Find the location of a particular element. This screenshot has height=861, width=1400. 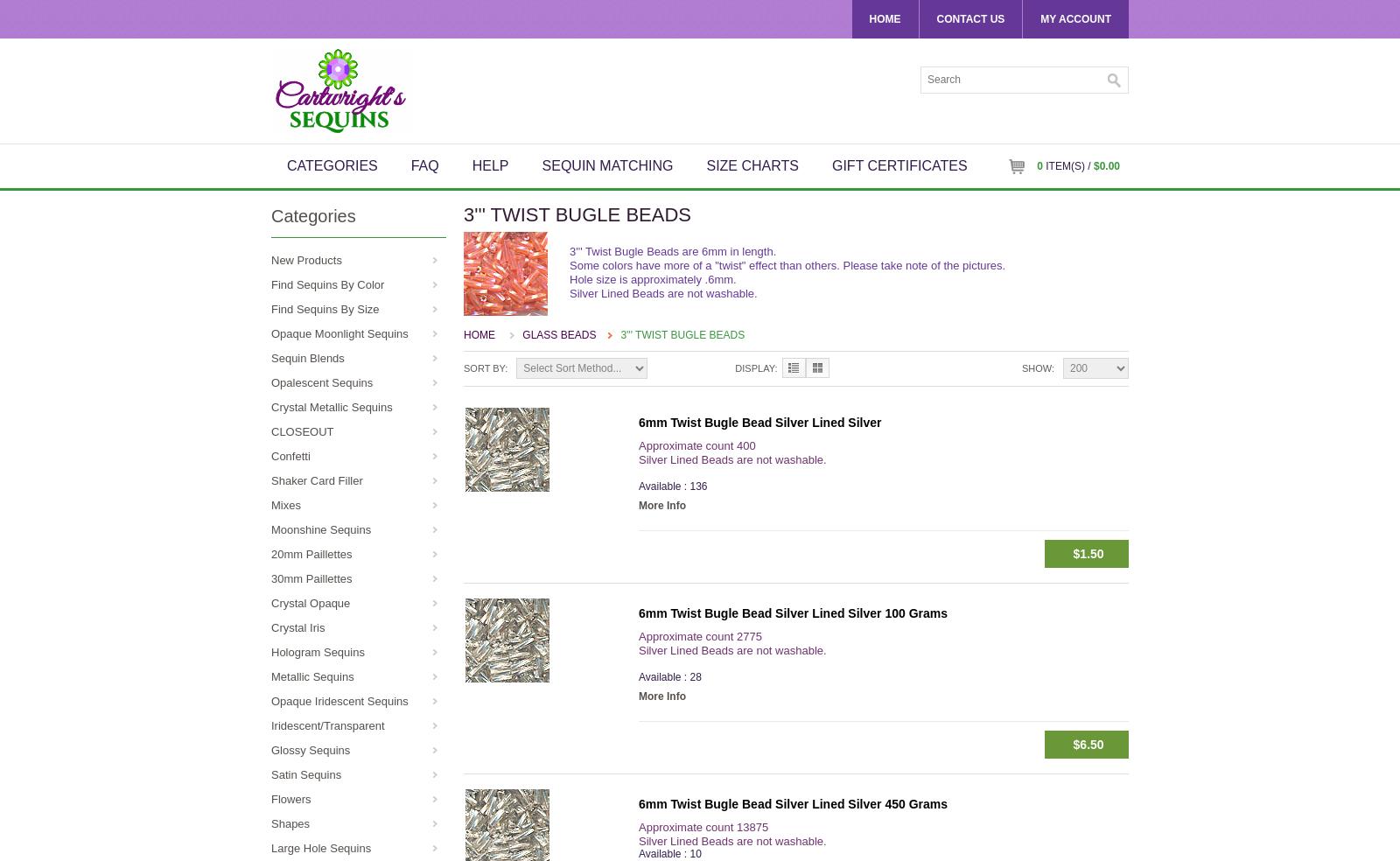

'Some colors have more of a "twist" effect than others. Please take note of the pictures.' is located at coordinates (570, 264).